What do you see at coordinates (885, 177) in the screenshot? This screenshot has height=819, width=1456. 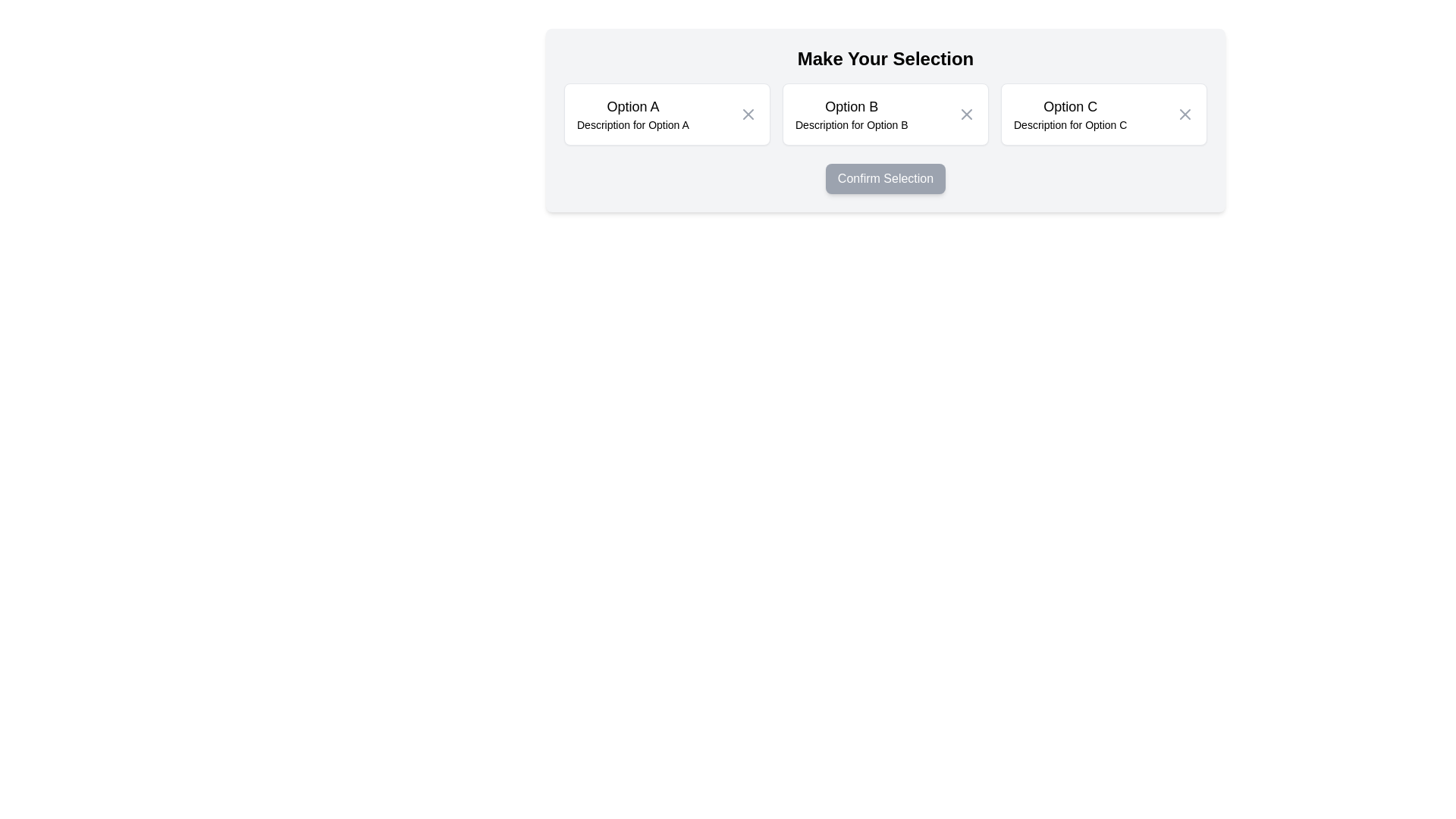 I see `the 'Confirm Selection' button, which has a light gray background, white text, and rounded corners, located below the options A, B, and C` at bounding box center [885, 177].